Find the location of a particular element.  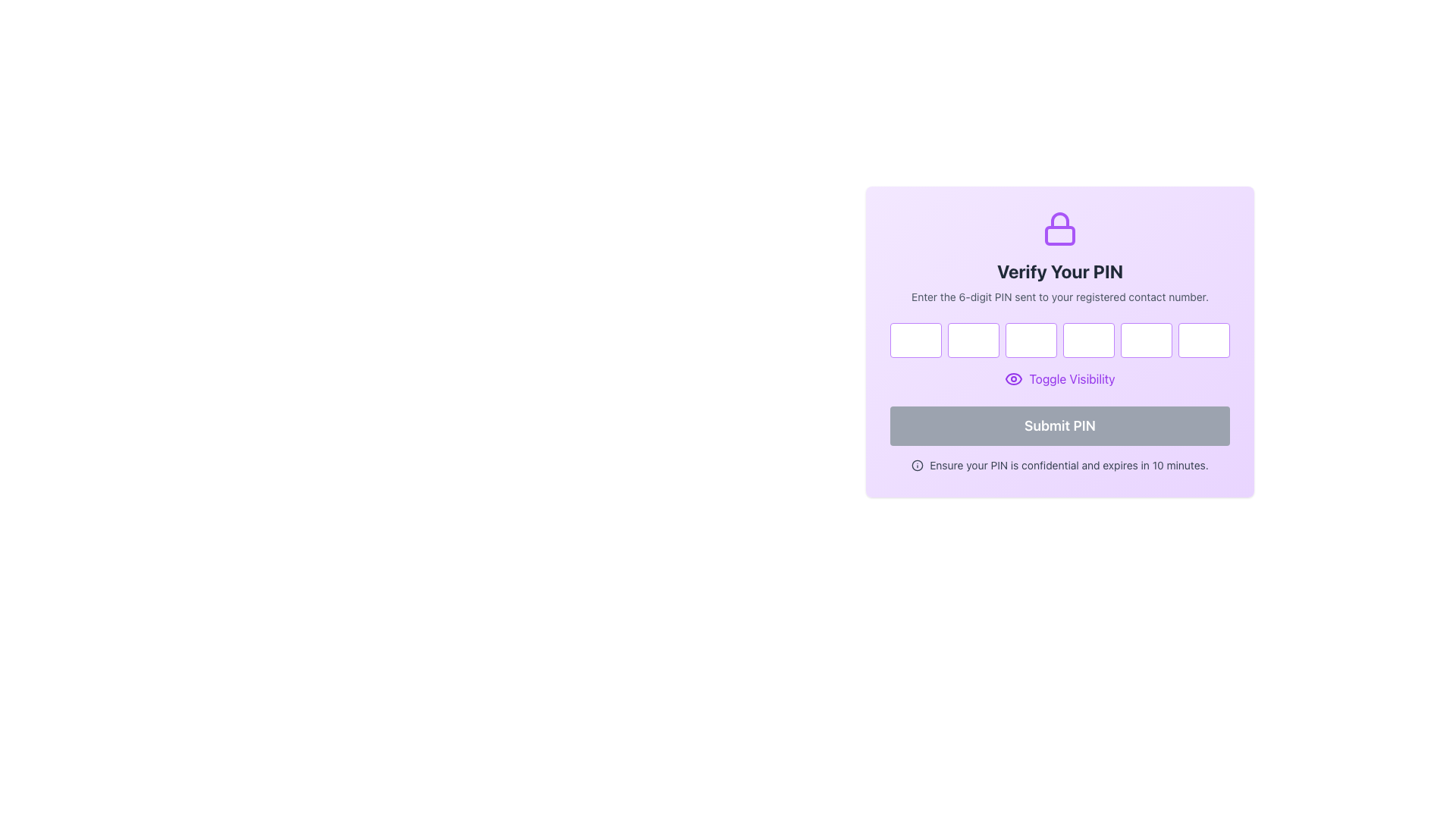

the toggle button for PIN entry visibility located centrally within the card area above the 'Submit PIN' button is located at coordinates (1059, 378).